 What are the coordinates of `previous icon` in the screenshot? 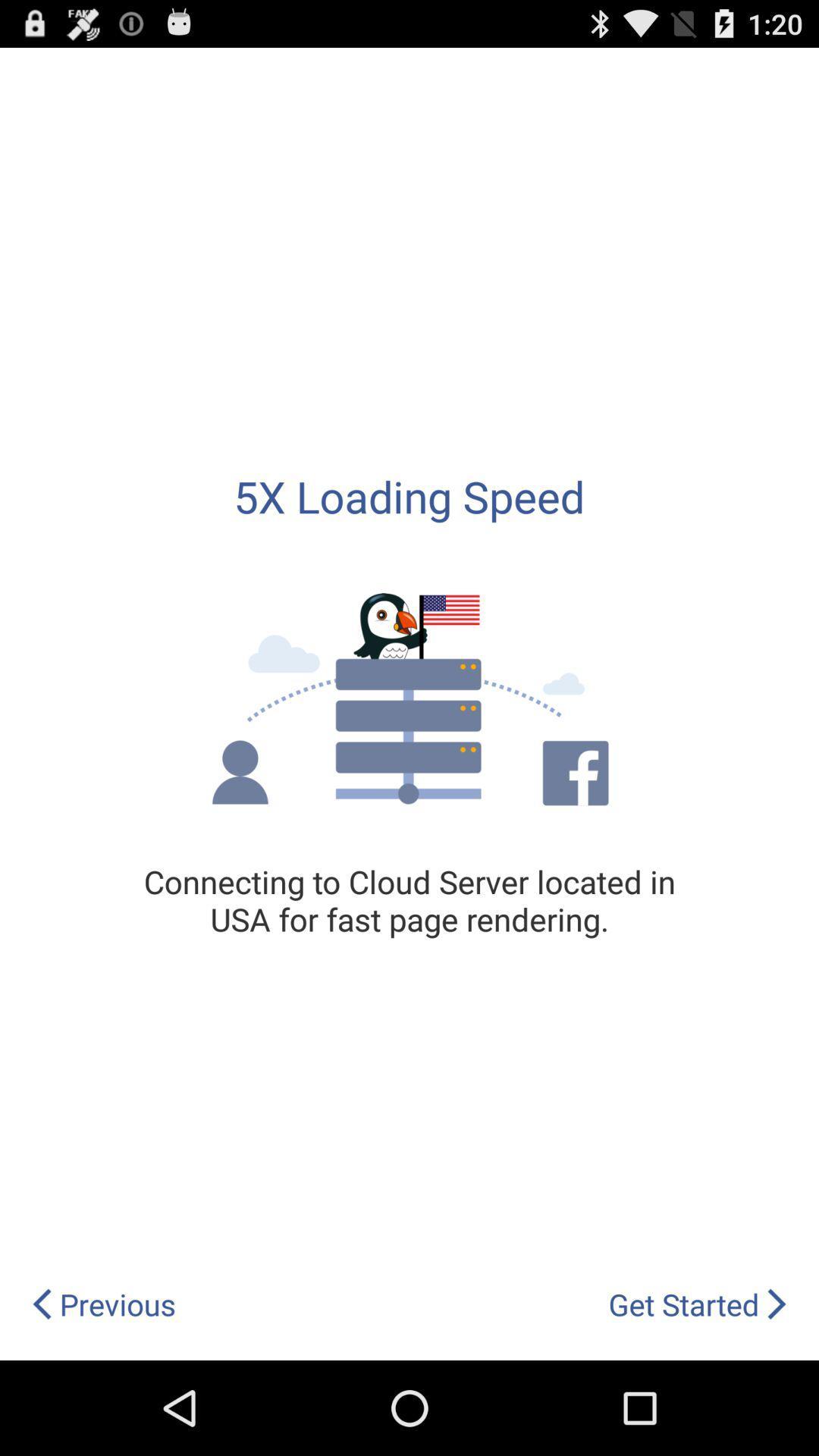 It's located at (102, 1304).